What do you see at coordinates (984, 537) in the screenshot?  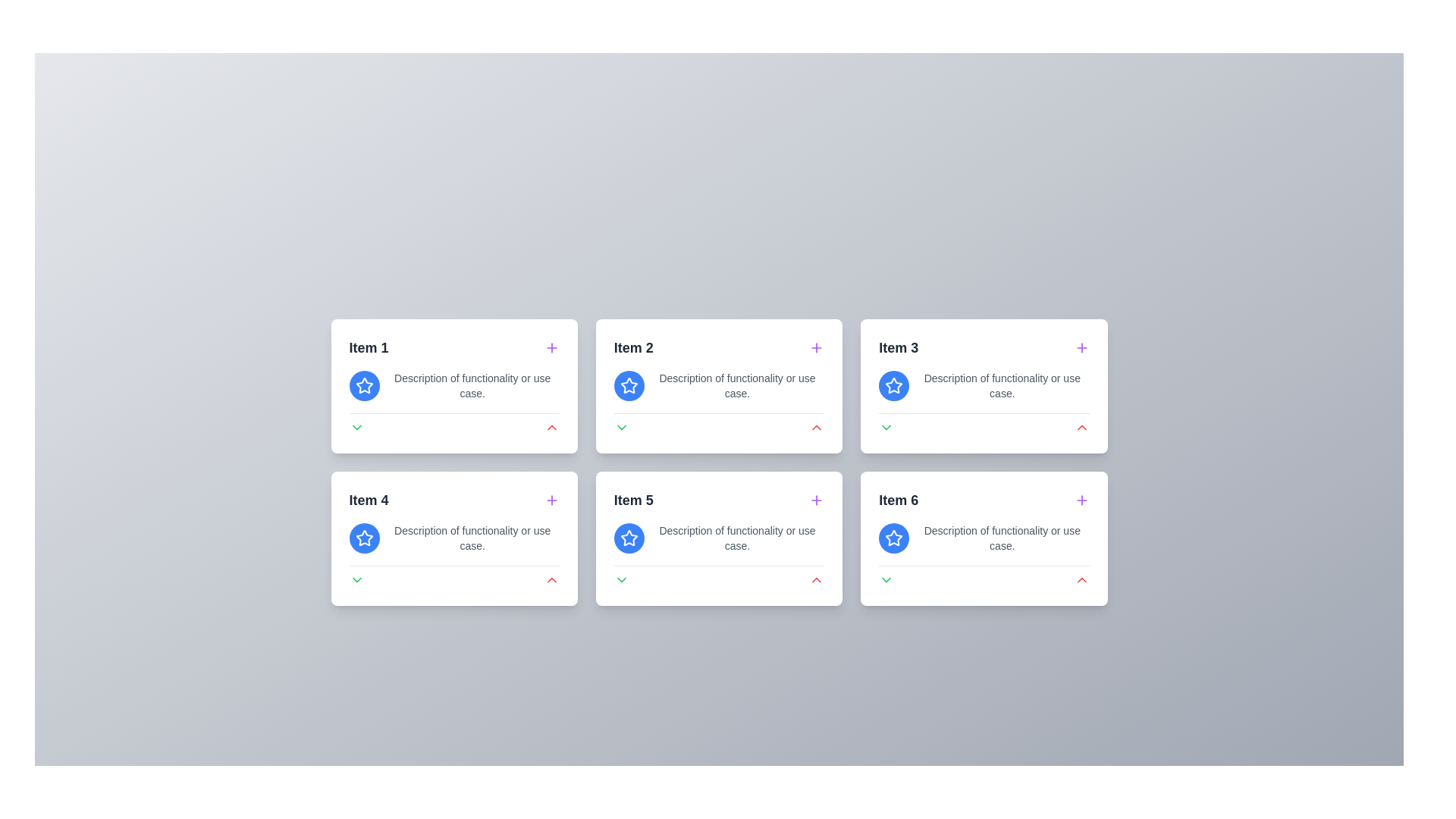 I see `the static text element that provides a description for the 'Item 6' card, located in the bottom-right card of a grid layout, positioned below the title heading and aligned to the left of the card body` at bounding box center [984, 537].